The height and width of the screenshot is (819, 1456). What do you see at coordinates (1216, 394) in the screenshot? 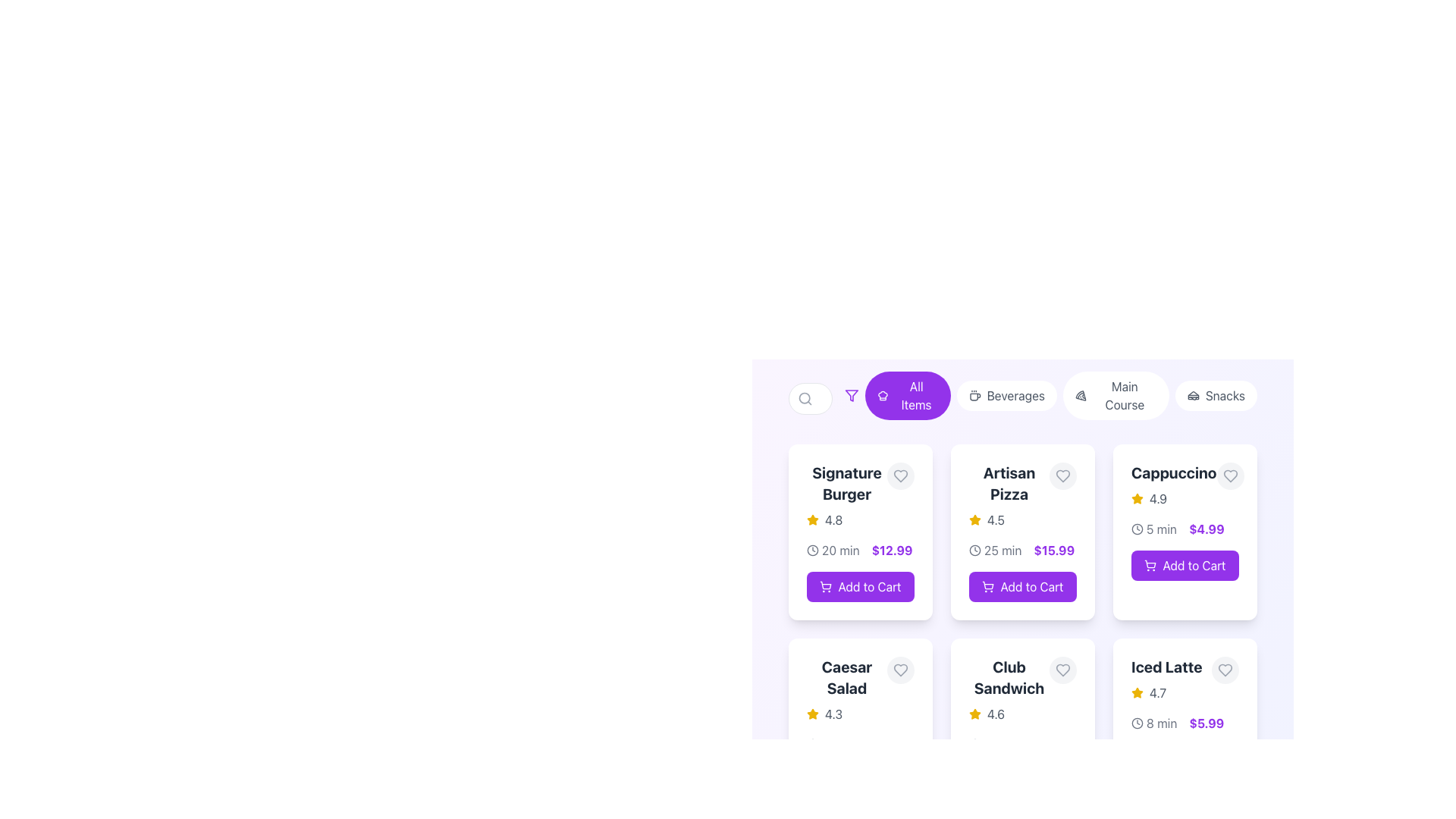
I see `the 'Snacks' category selection button located in the top-right corner of the navigation bar to trigger the hover effect` at bounding box center [1216, 394].